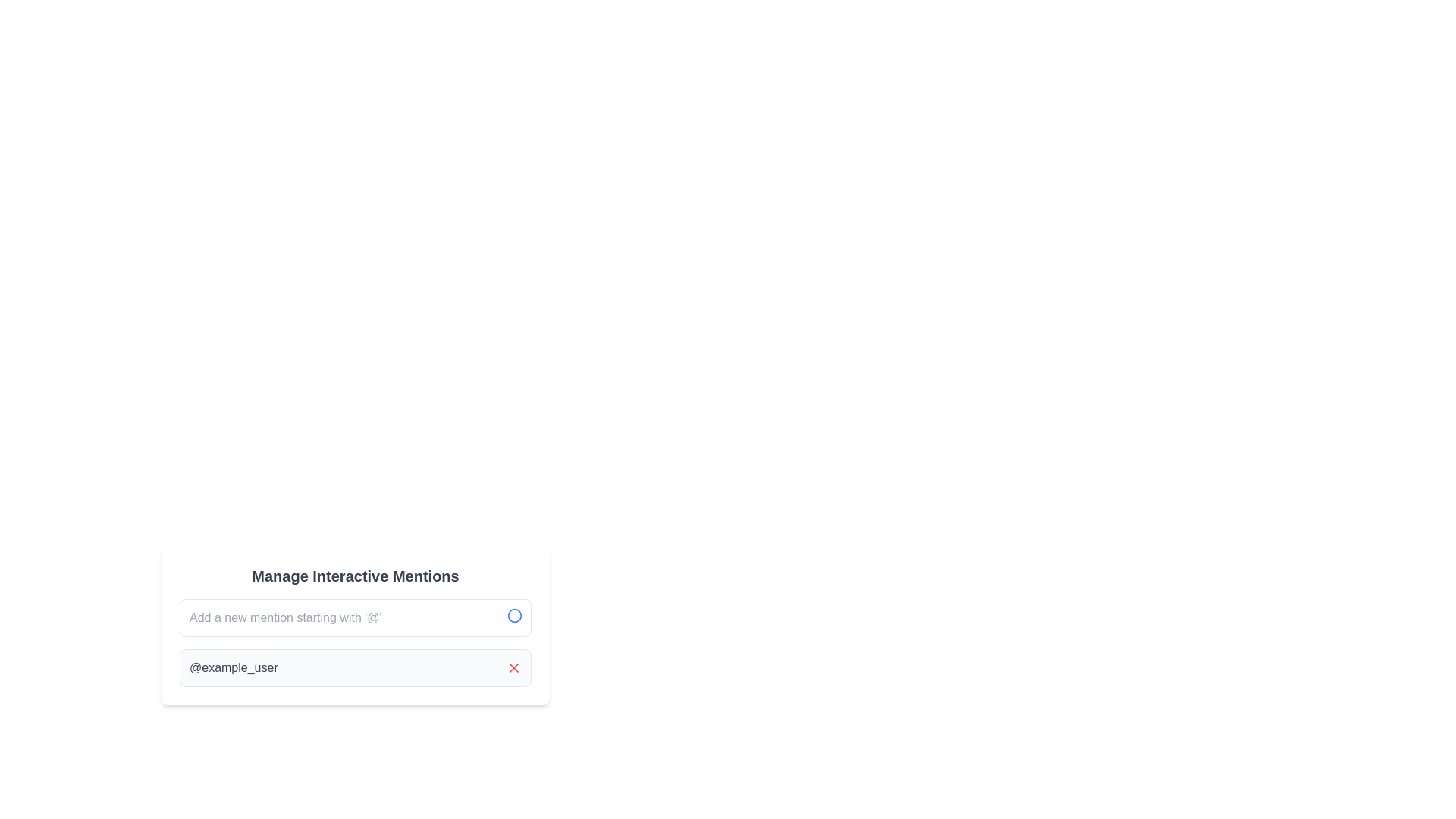 The width and height of the screenshot is (1456, 819). What do you see at coordinates (514, 616) in the screenshot?
I see `the circle element within the SVG graphic, which is styled with a thin stroke outline and no fill, positioned at the top-right corner of the 'Manage Interactive Mentions' modal` at bounding box center [514, 616].